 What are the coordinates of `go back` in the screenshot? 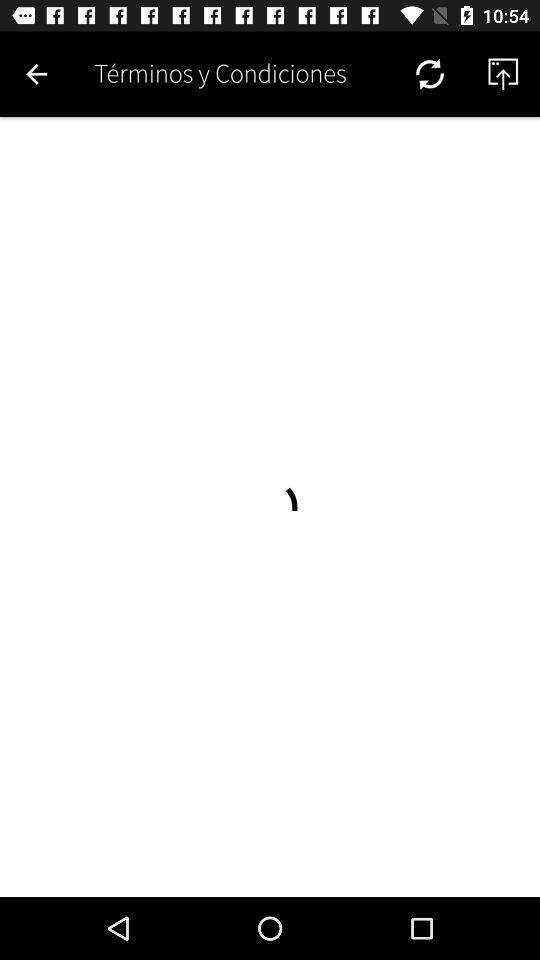 It's located at (36, 74).